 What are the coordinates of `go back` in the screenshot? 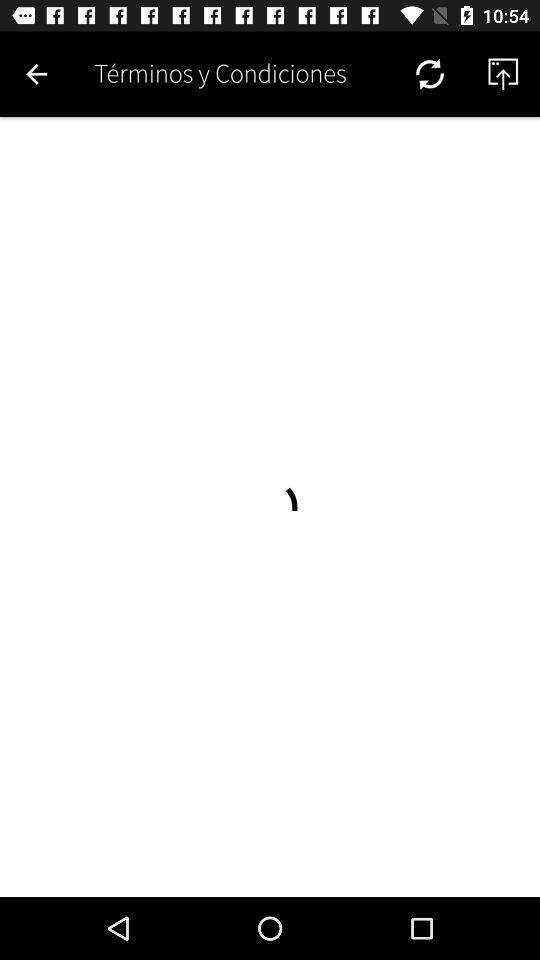 It's located at (36, 74).